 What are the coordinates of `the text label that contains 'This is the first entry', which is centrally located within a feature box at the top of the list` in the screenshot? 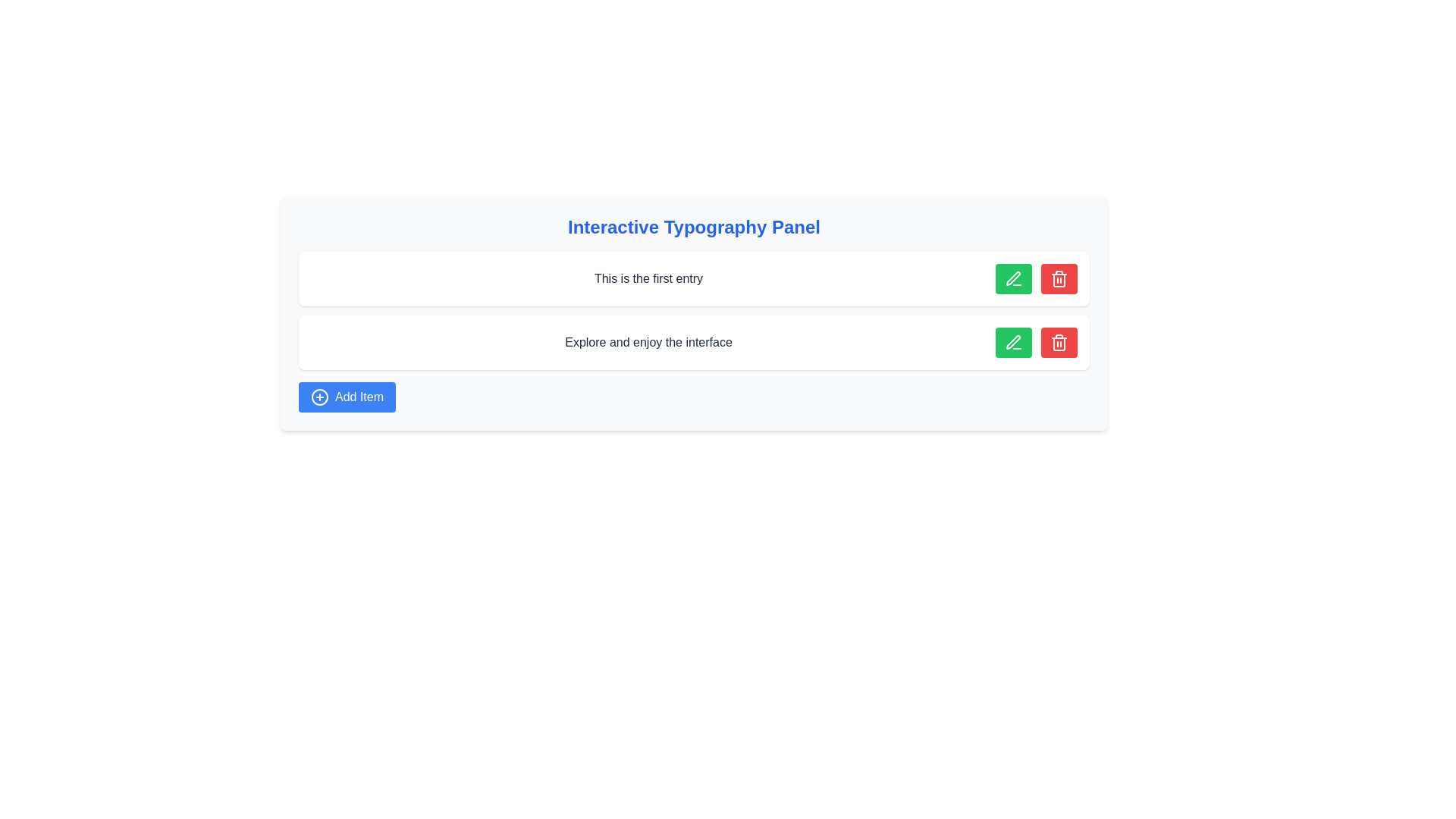 It's located at (648, 278).